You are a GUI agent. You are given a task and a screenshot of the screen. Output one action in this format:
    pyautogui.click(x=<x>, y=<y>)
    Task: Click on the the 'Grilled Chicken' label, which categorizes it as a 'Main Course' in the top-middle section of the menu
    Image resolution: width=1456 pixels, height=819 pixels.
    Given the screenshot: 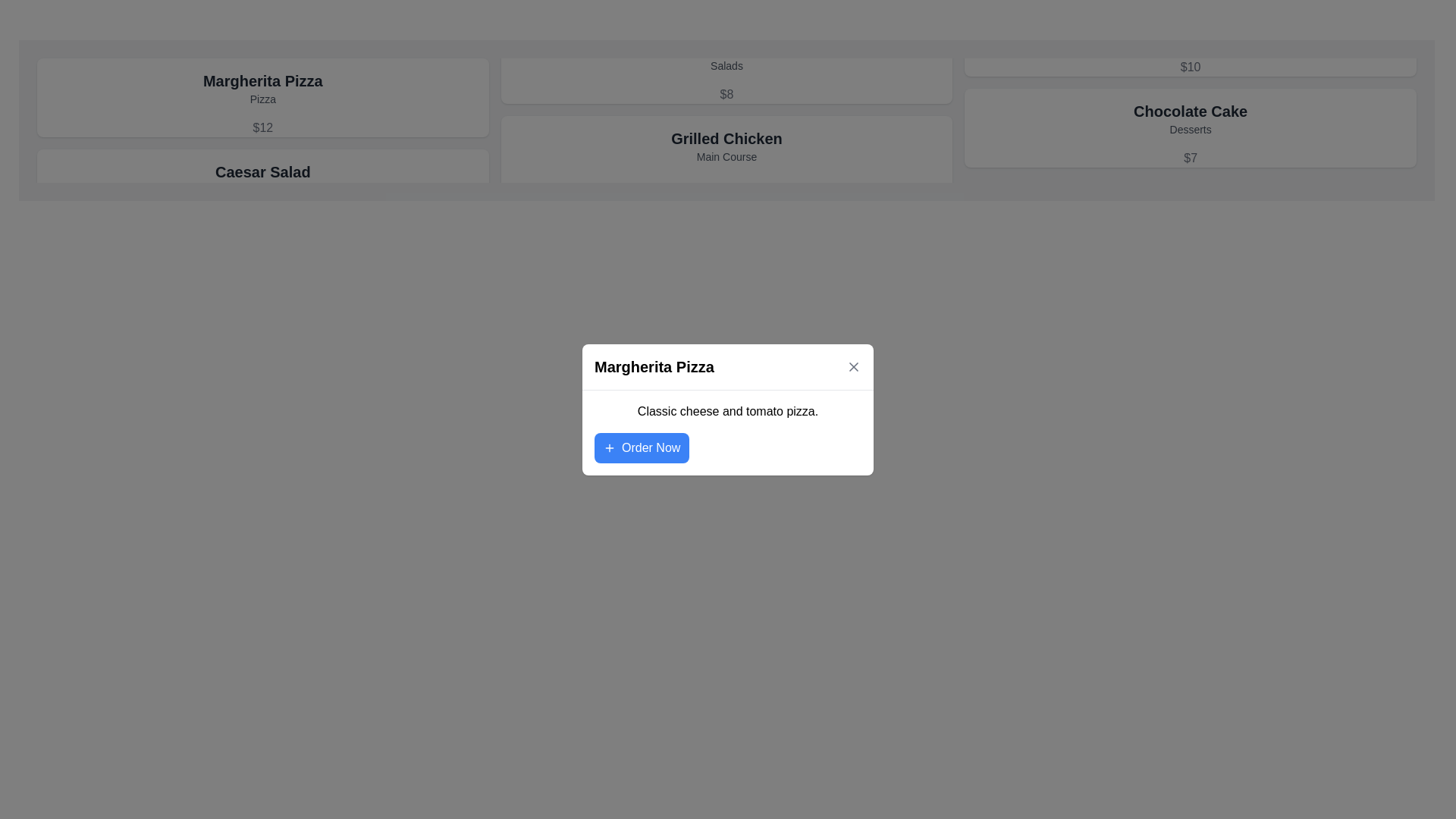 What is the action you would take?
    pyautogui.click(x=726, y=146)
    